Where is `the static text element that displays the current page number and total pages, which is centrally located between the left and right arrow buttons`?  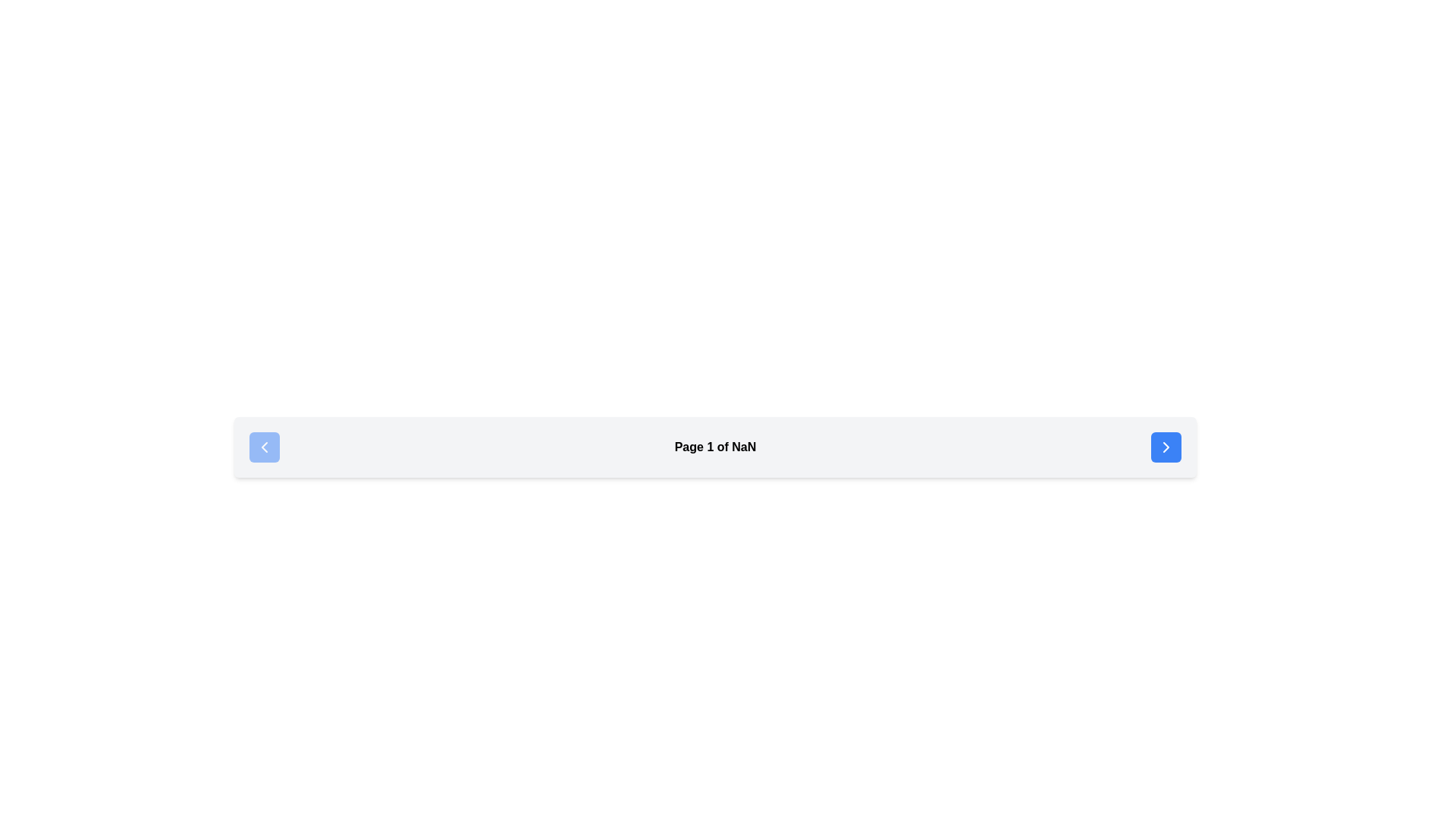 the static text element that displays the current page number and total pages, which is centrally located between the left and right arrow buttons is located at coordinates (714, 447).